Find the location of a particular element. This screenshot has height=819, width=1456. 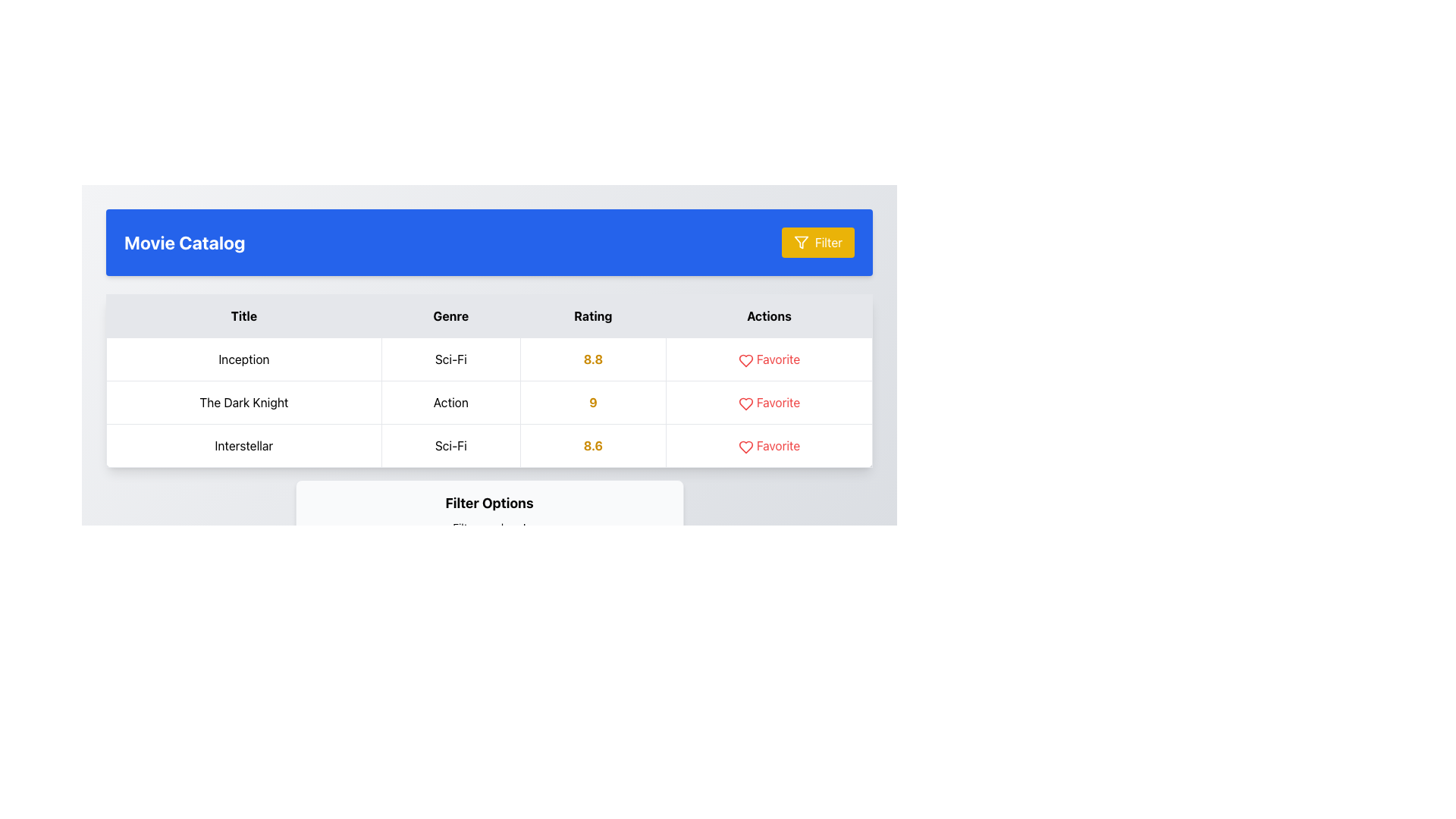

the header text label for the 'Title' column in the table by moving the mouse to its center point is located at coordinates (243, 315).